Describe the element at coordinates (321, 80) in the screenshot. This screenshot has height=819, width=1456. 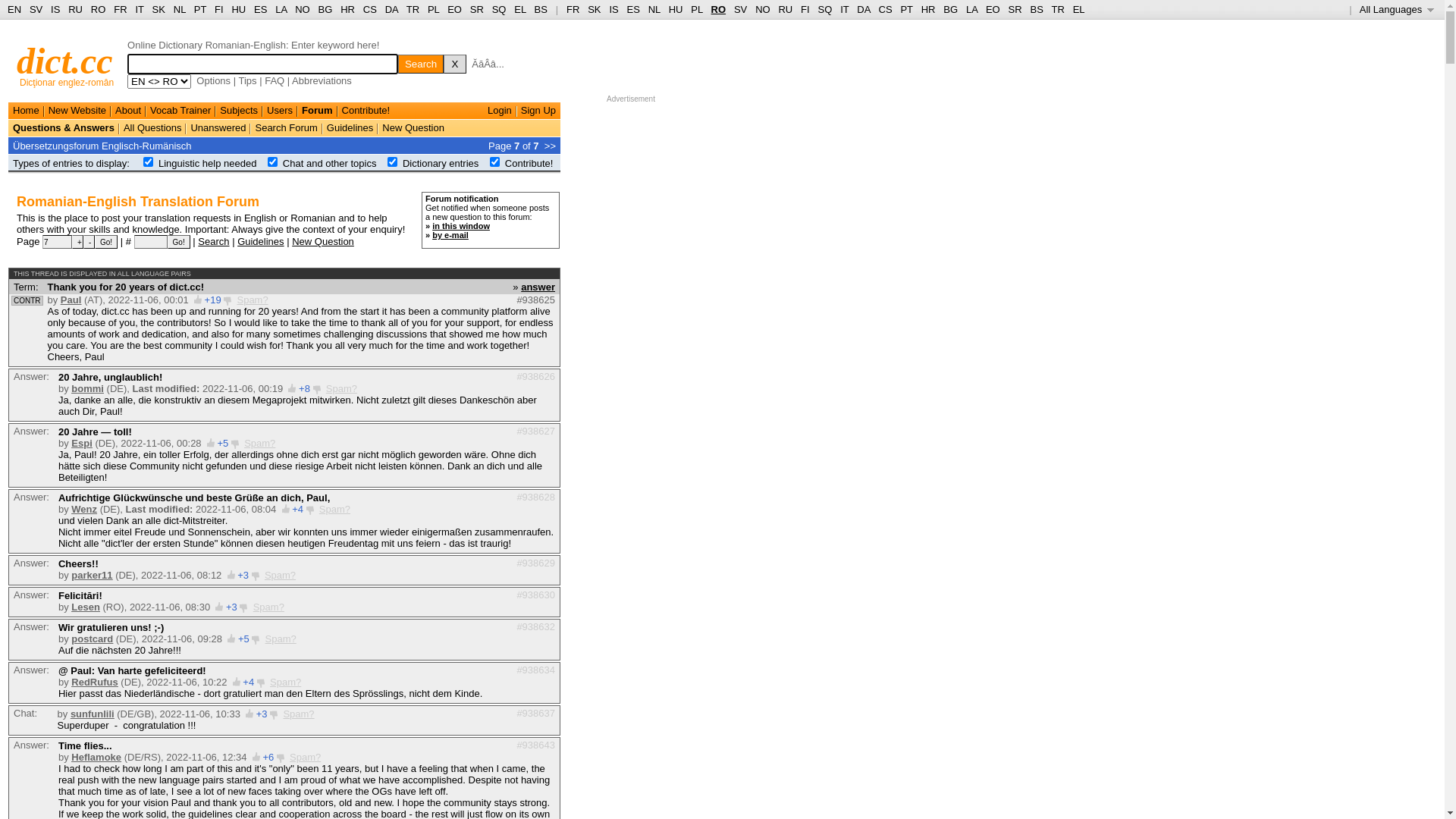
I see `'Abbreviations'` at that location.